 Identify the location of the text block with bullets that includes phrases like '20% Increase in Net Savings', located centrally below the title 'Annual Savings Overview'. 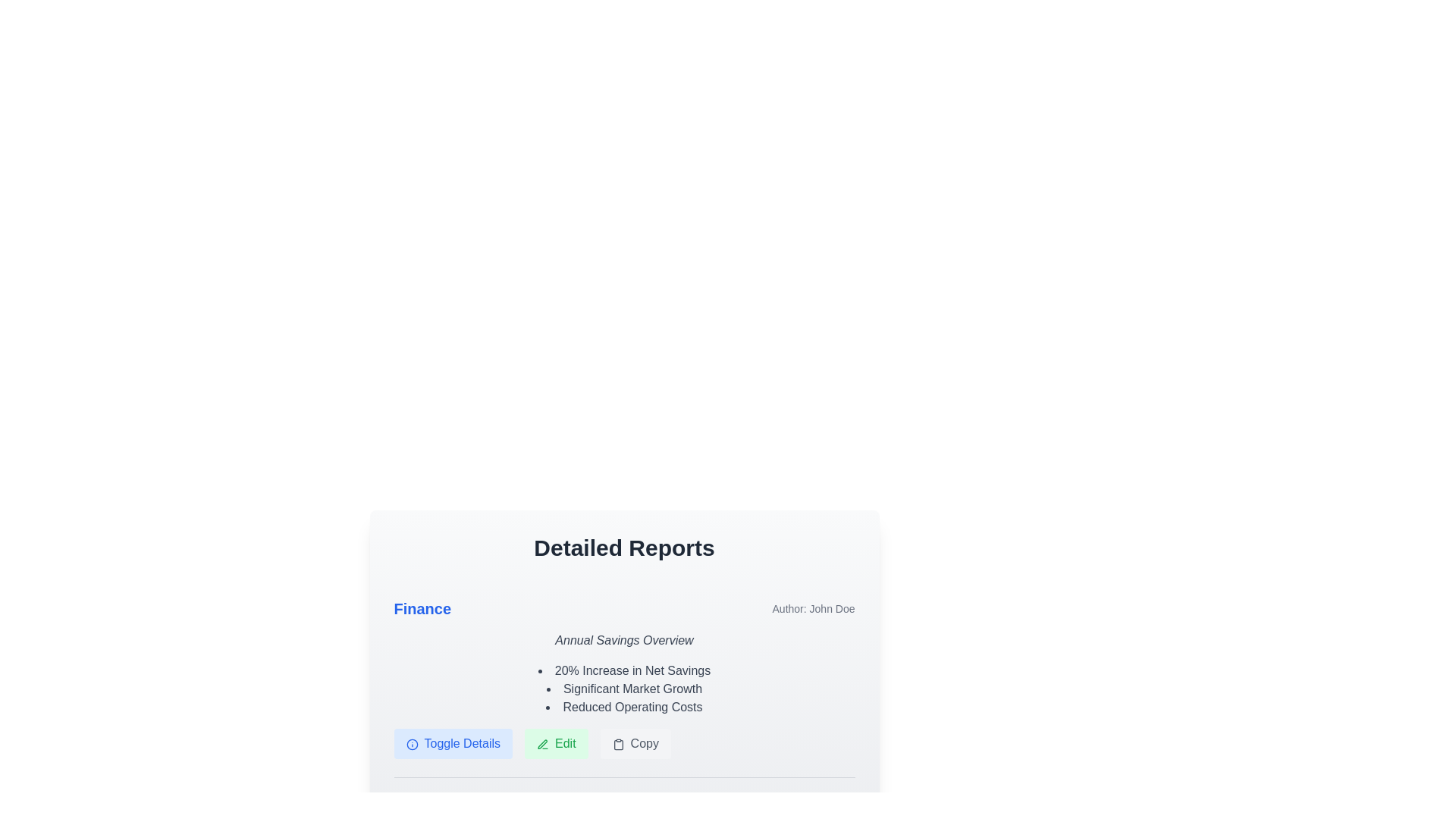
(624, 677).